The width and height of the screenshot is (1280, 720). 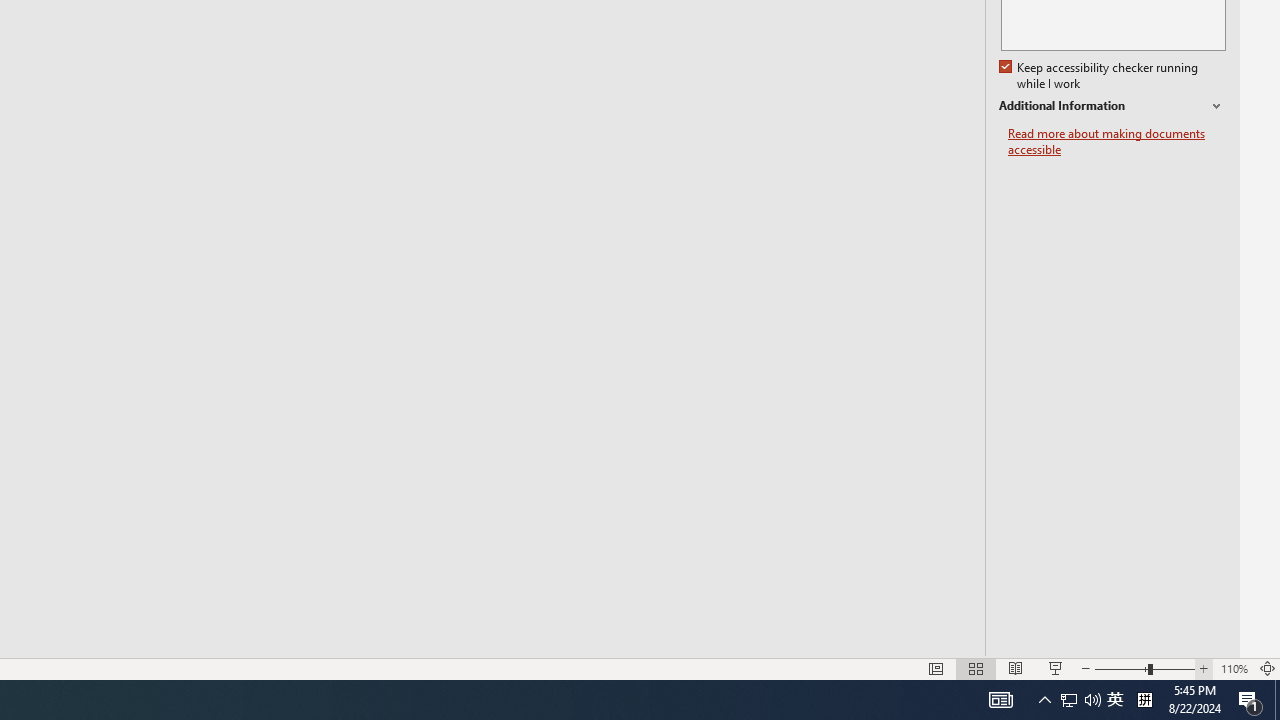 What do you see at coordinates (1121, 669) in the screenshot?
I see `'Zoom Out'` at bounding box center [1121, 669].